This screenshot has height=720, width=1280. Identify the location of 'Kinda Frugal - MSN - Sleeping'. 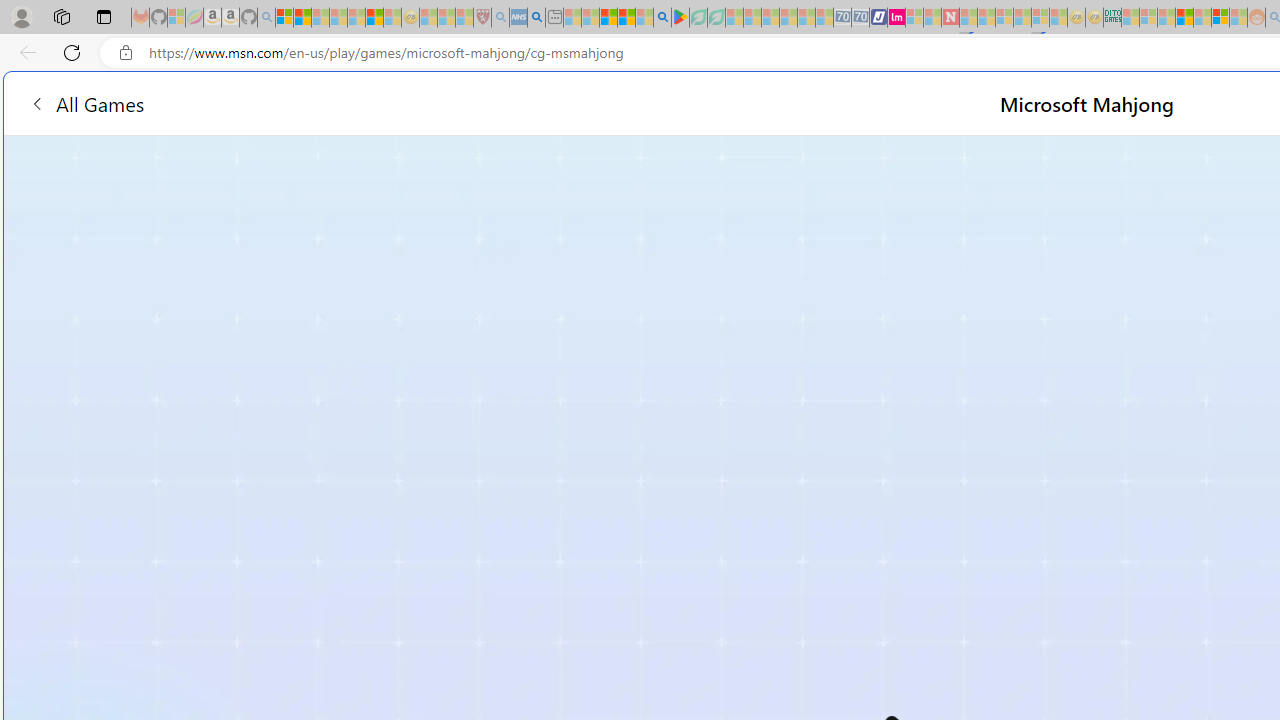
(1201, 17).